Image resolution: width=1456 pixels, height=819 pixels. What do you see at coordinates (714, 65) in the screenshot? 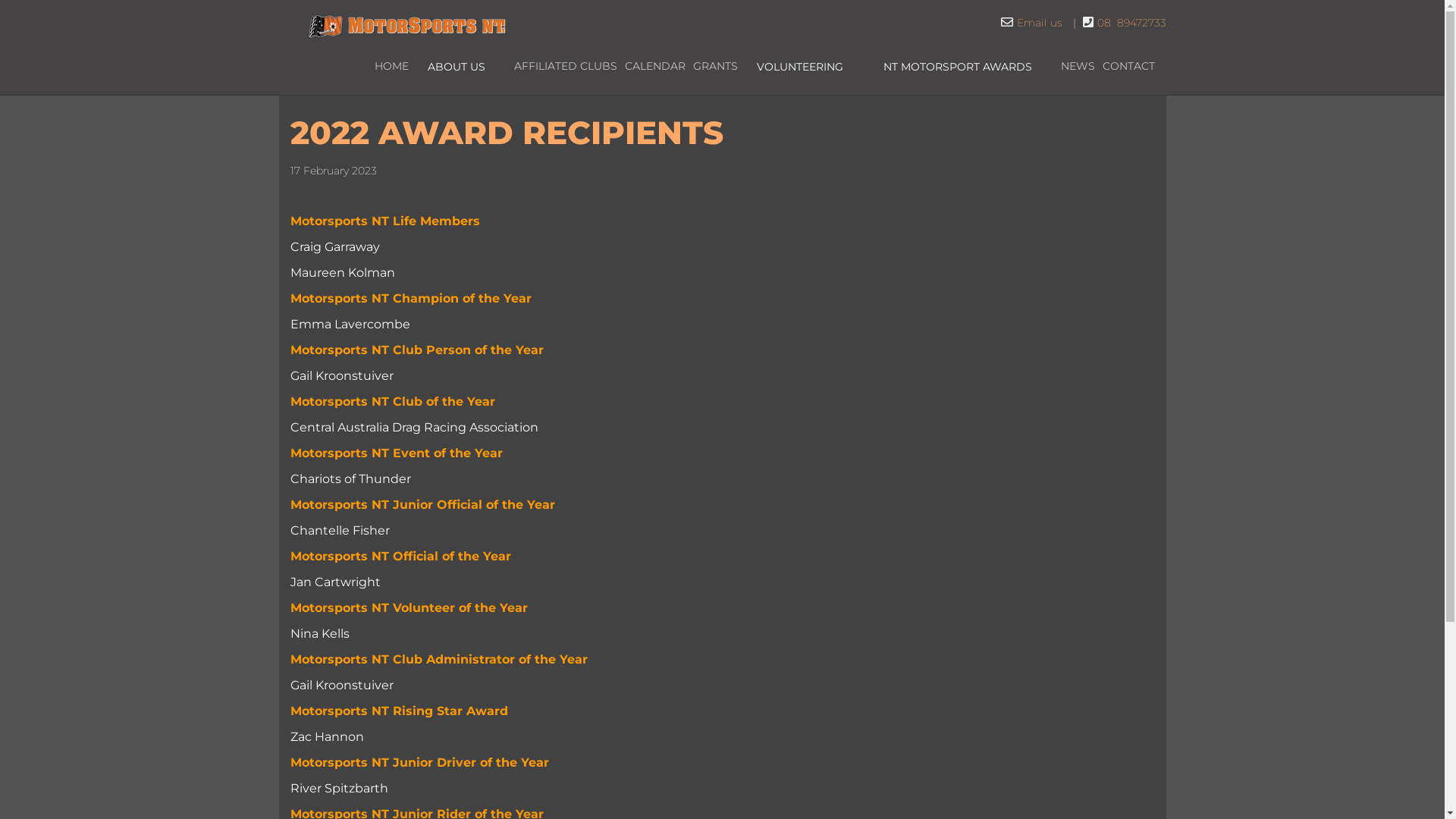
I see `'GRANTS'` at bounding box center [714, 65].